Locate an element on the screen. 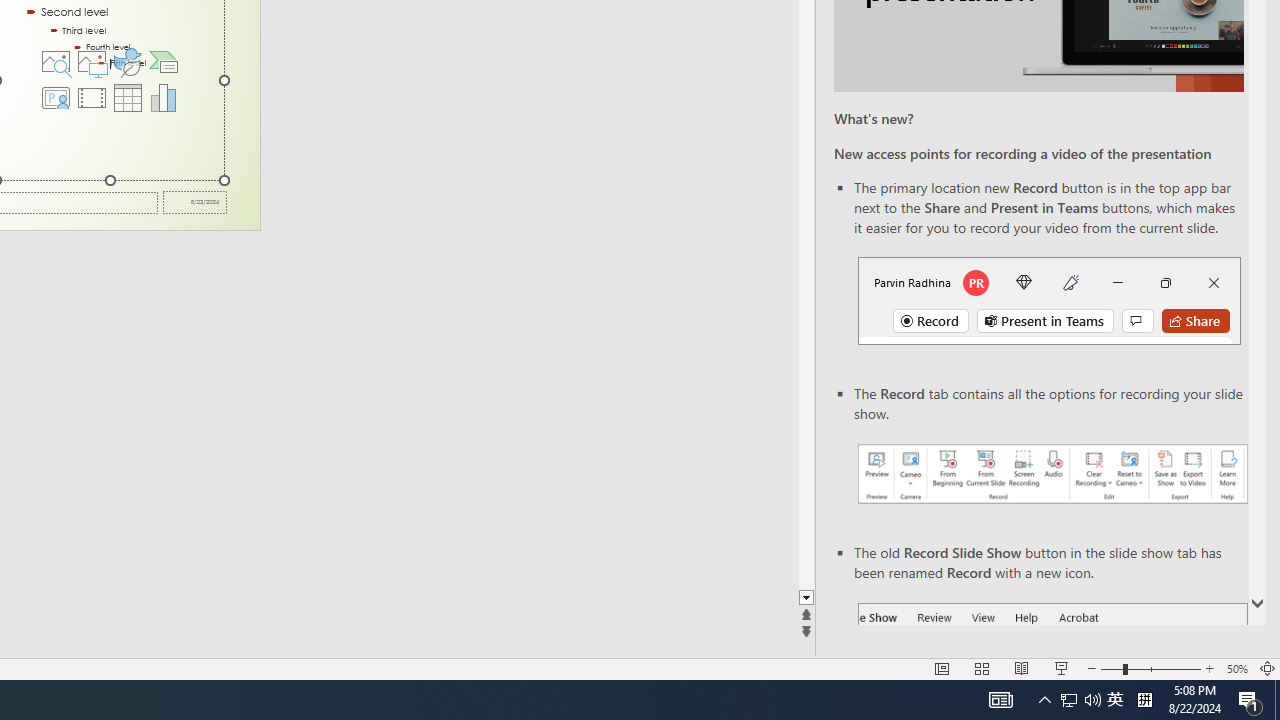  'Insert an Icon' is located at coordinates (127, 60).